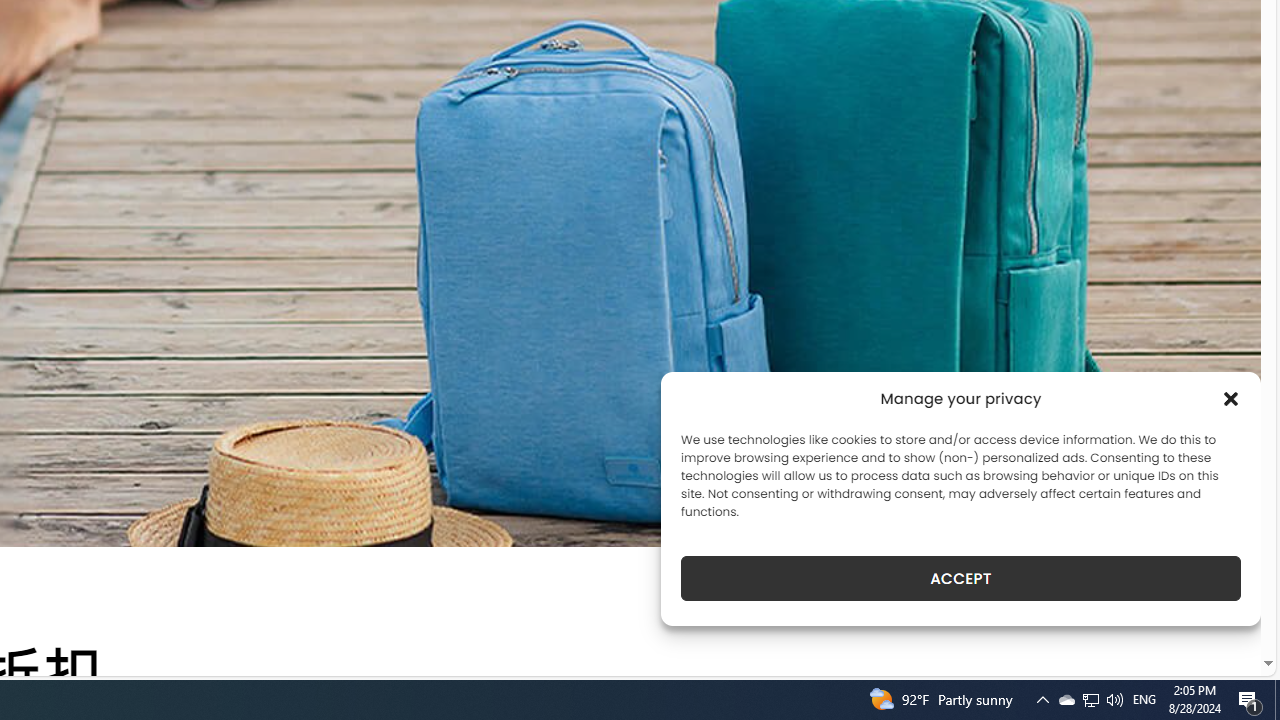  What do you see at coordinates (1230, 398) in the screenshot?
I see `'Class: cmplz-close'` at bounding box center [1230, 398].